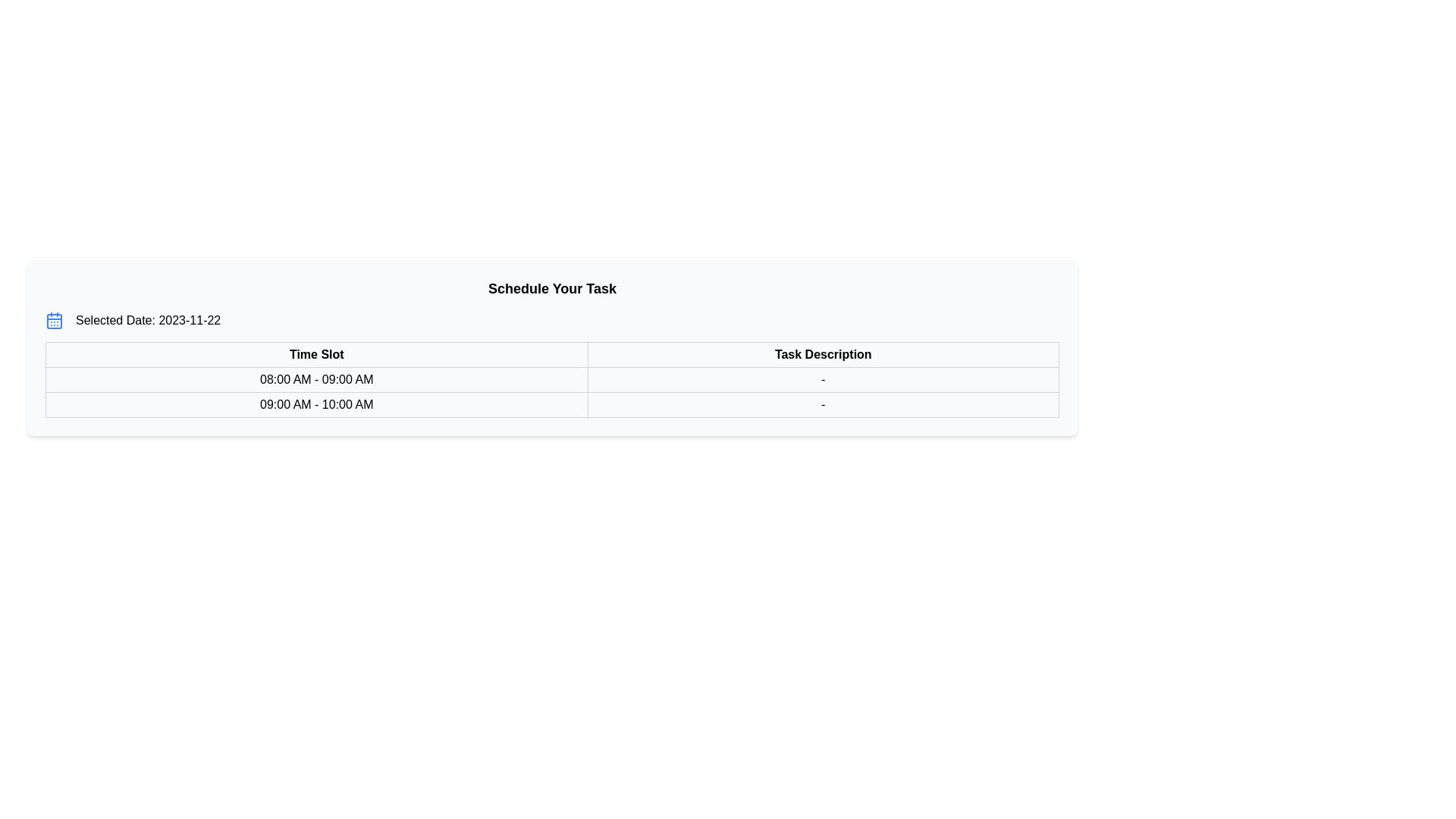  What do you see at coordinates (822, 403) in the screenshot?
I see `the text label displaying a single hyphen ('-') located in the 'Task Description' column of the second row in the table` at bounding box center [822, 403].